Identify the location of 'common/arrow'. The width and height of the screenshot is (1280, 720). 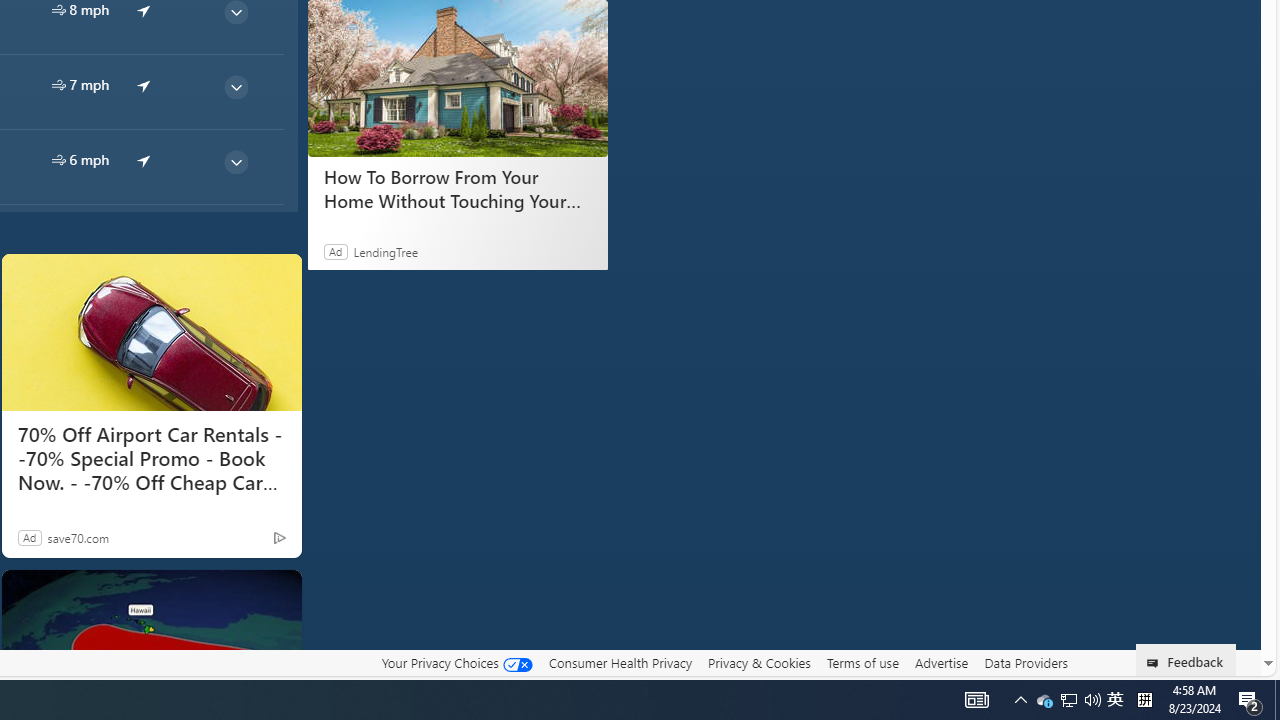
(143, 158).